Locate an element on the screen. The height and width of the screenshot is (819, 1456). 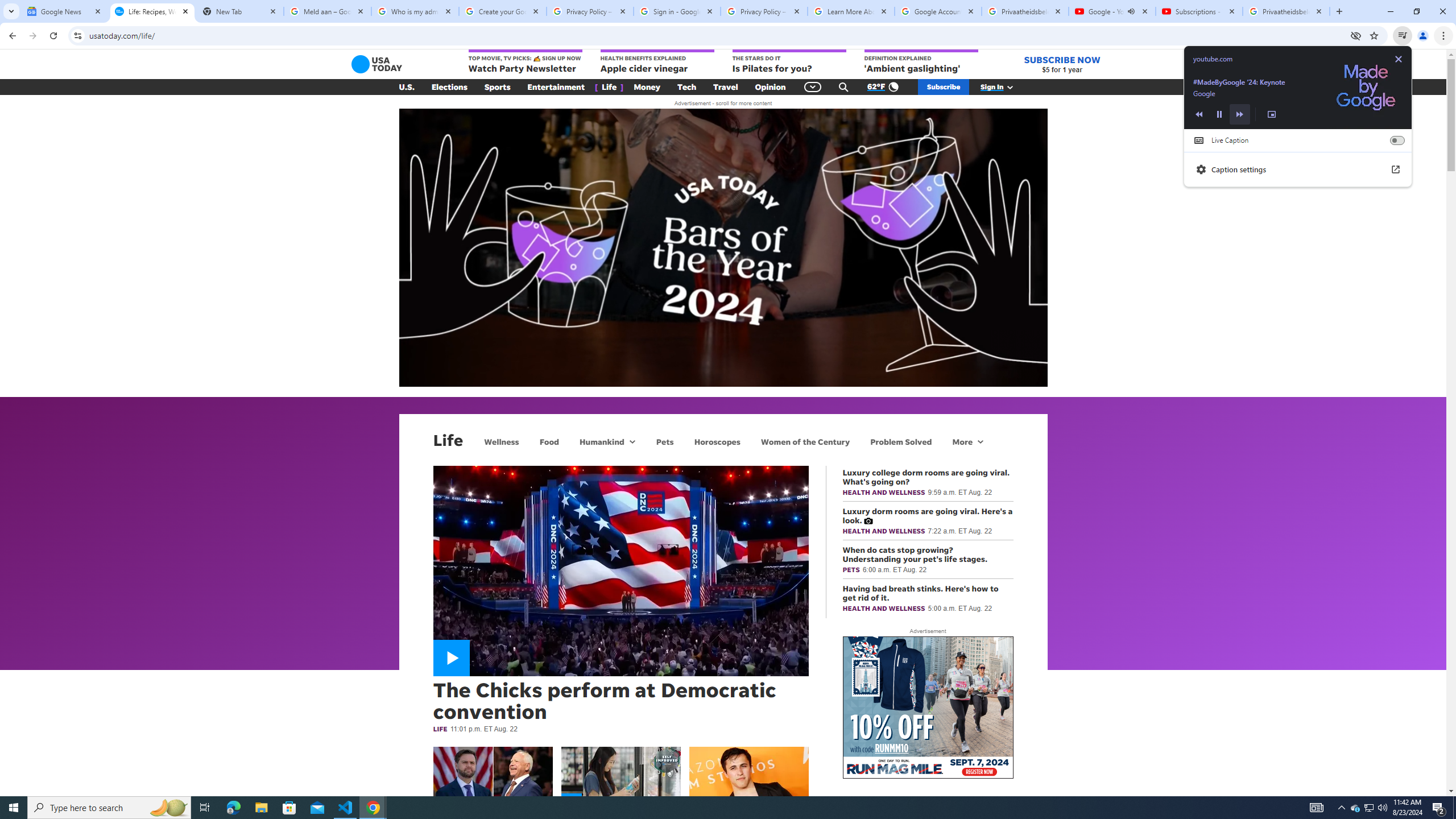
'Visual Studio Code - 1 running window' is located at coordinates (345, 806).